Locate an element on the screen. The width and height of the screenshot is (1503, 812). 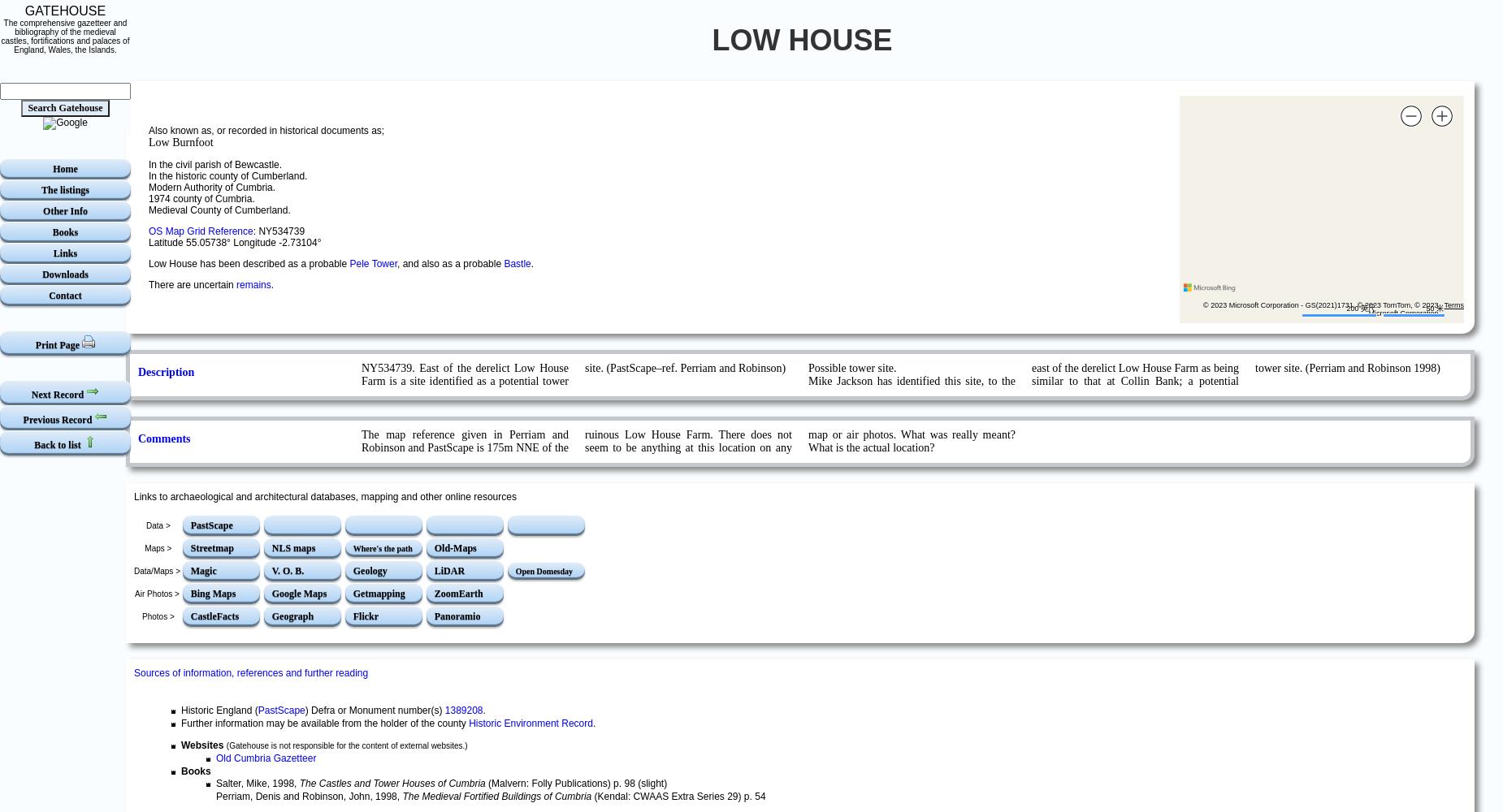
'Getmapping' is located at coordinates (379, 593).